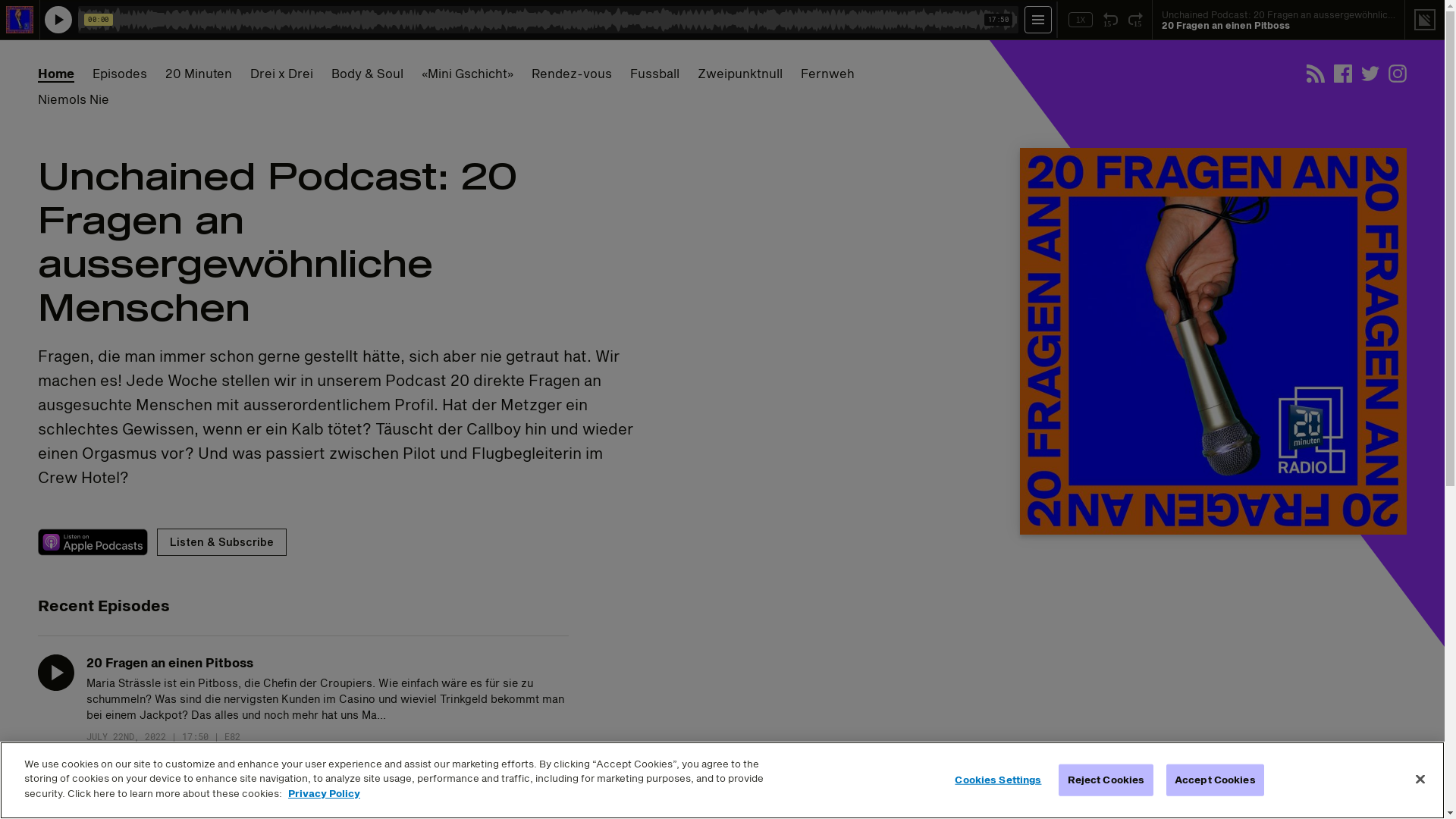 Image resolution: width=1456 pixels, height=819 pixels. I want to click on 'RSS', so click(1314, 73).